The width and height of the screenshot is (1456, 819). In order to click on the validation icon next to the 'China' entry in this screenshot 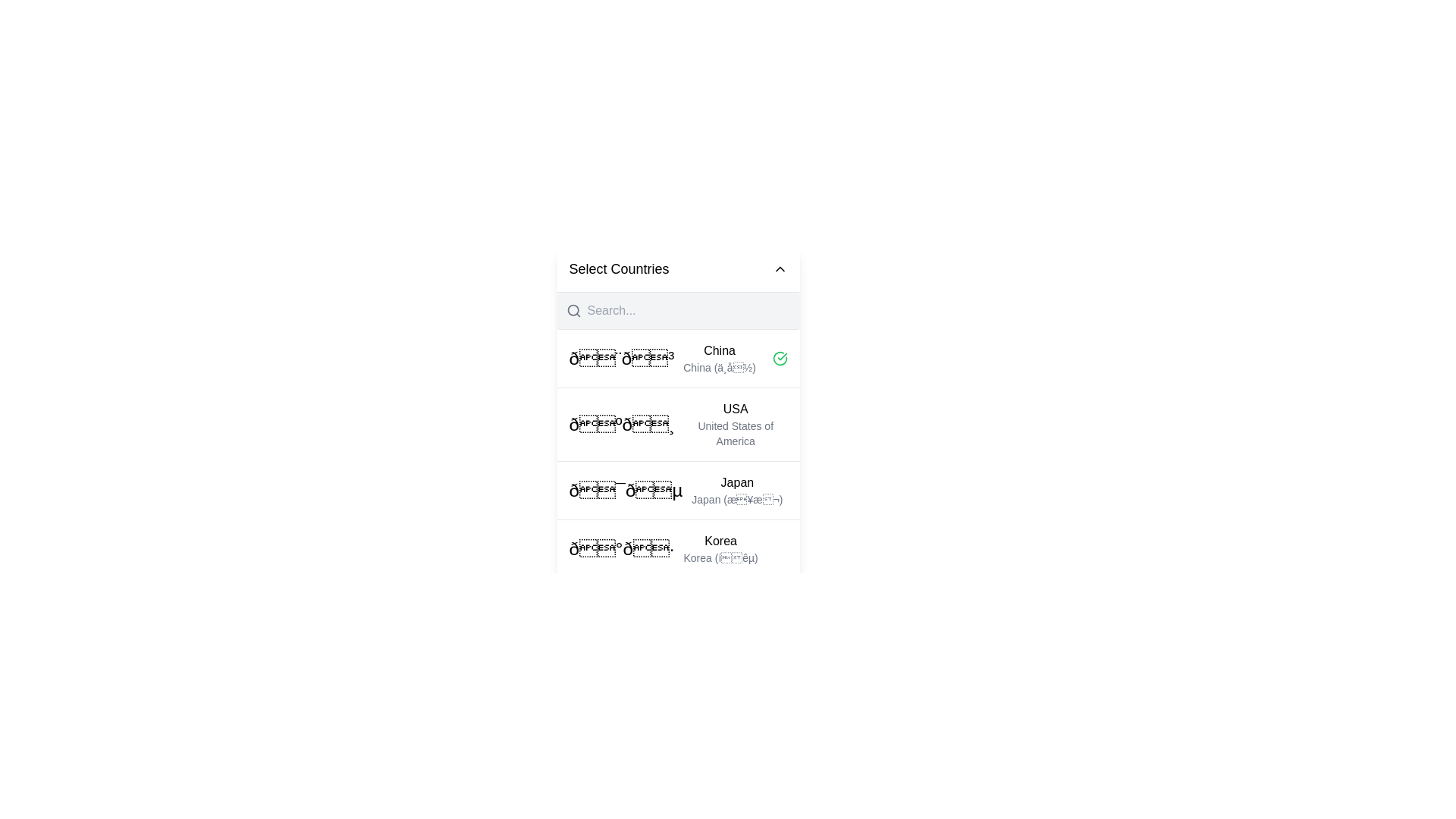, I will do `click(780, 359)`.